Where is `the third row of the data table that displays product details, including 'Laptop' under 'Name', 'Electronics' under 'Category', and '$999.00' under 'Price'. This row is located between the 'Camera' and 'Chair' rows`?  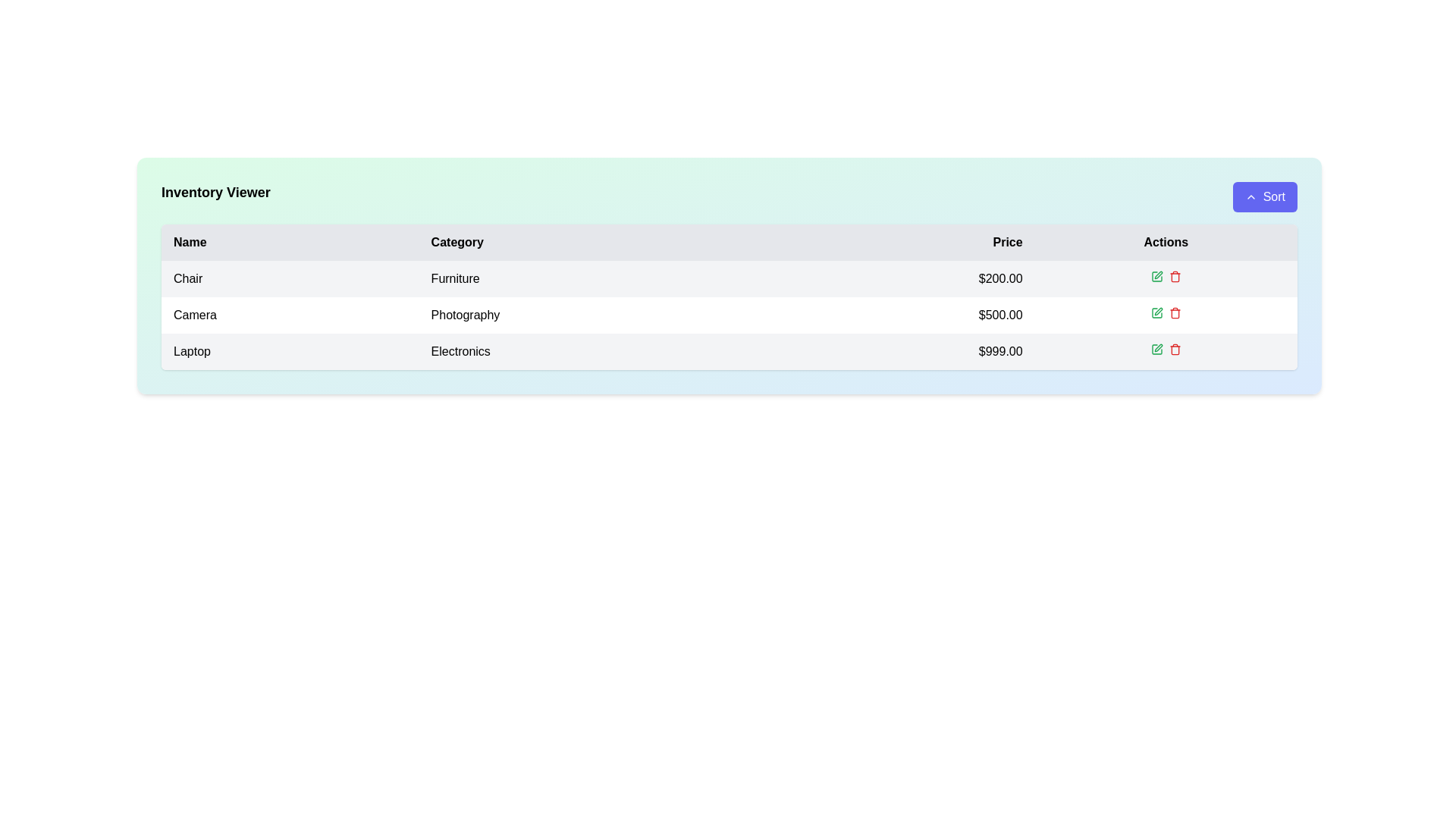 the third row of the data table that displays product details, including 'Laptop' under 'Name', 'Electronics' under 'Category', and '$999.00' under 'Price'. This row is located between the 'Camera' and 'Chair' rows is located at coordinates (729, 351).